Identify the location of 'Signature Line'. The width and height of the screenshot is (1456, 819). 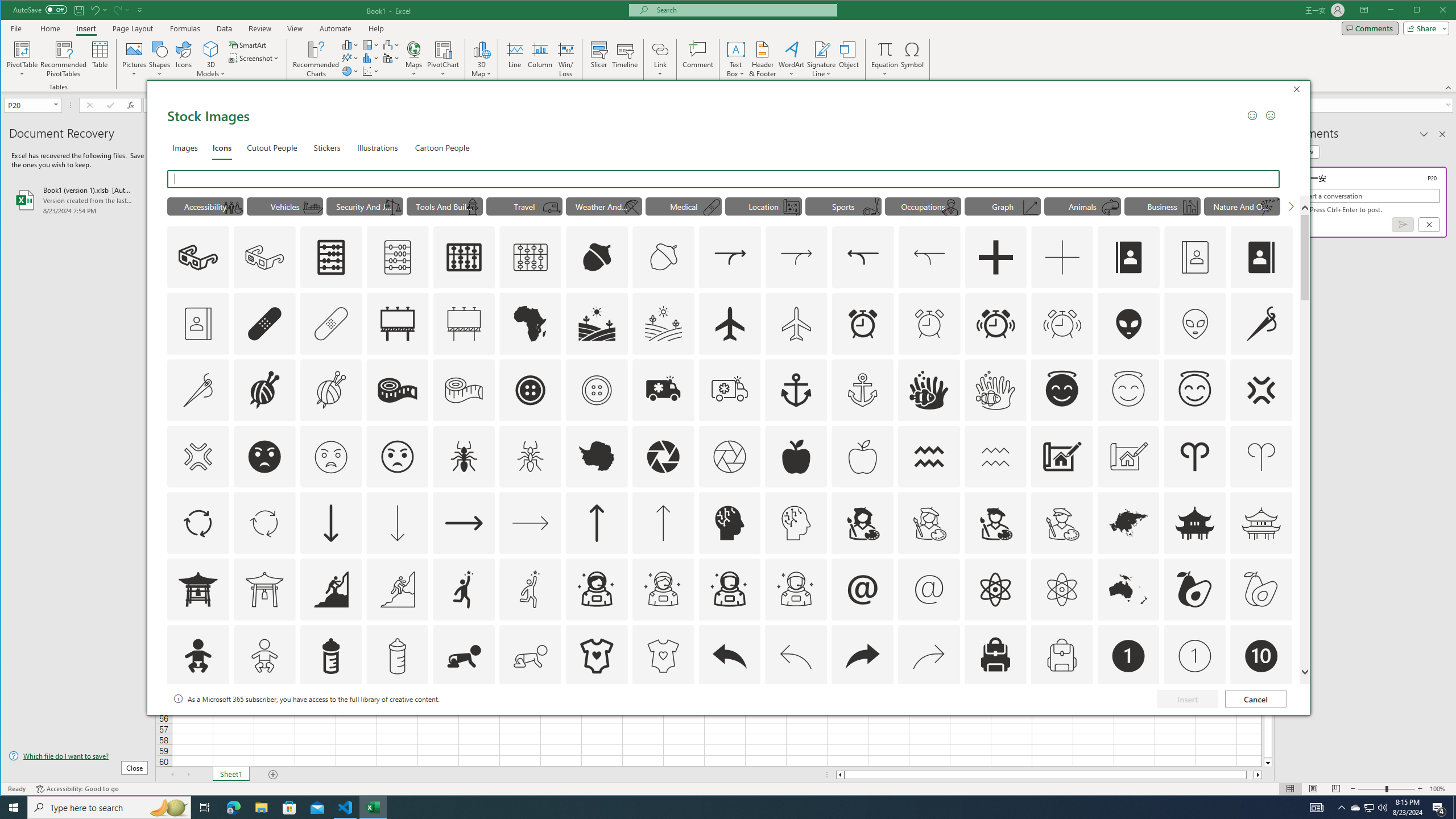
(821, 59).